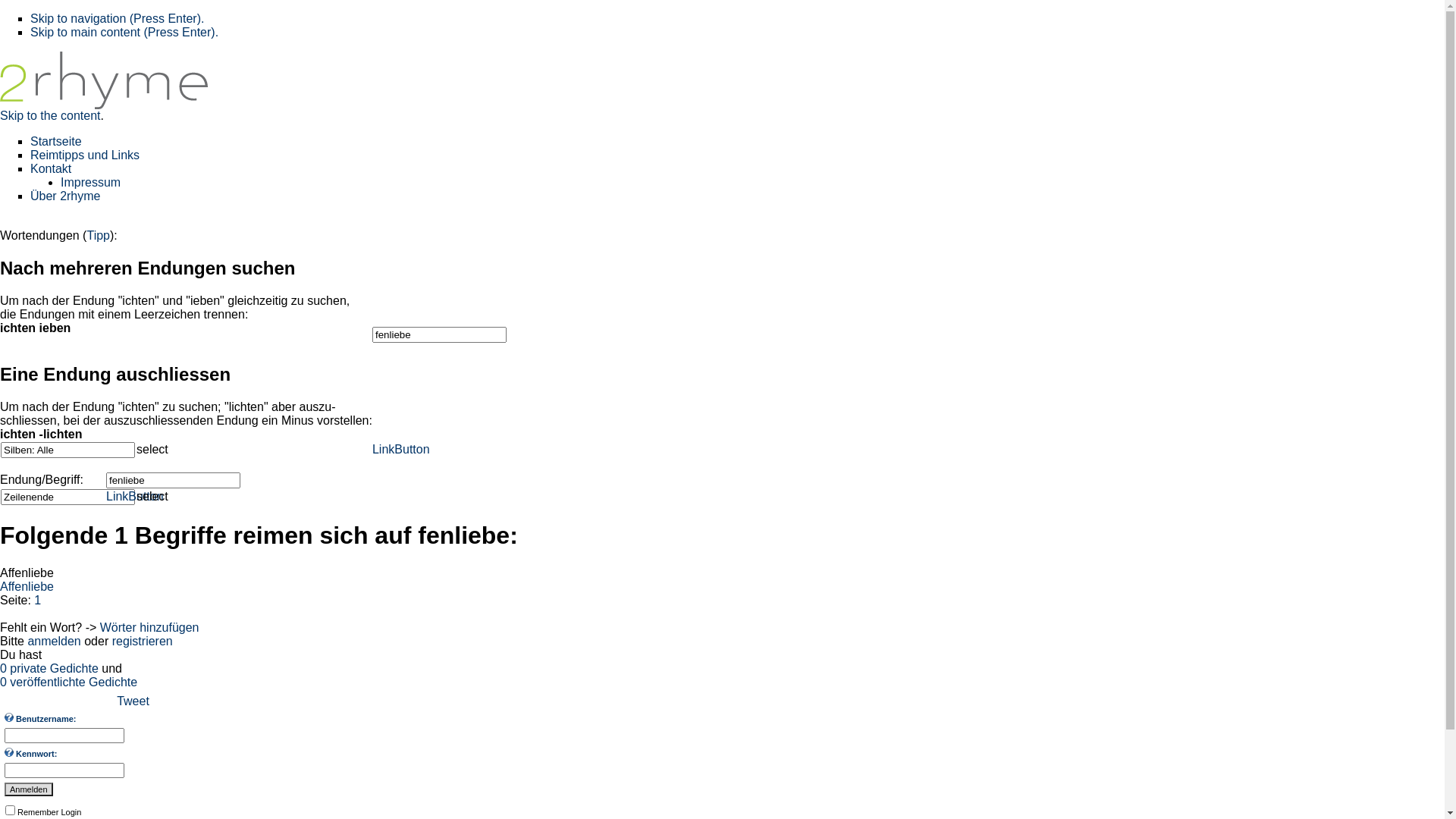 The width and height of the screenshot is (1456, 819). What do you see at coordinates (0, 115) in the screenshot?
I see `'Skip to the content'` at bounding box center [0, 115].